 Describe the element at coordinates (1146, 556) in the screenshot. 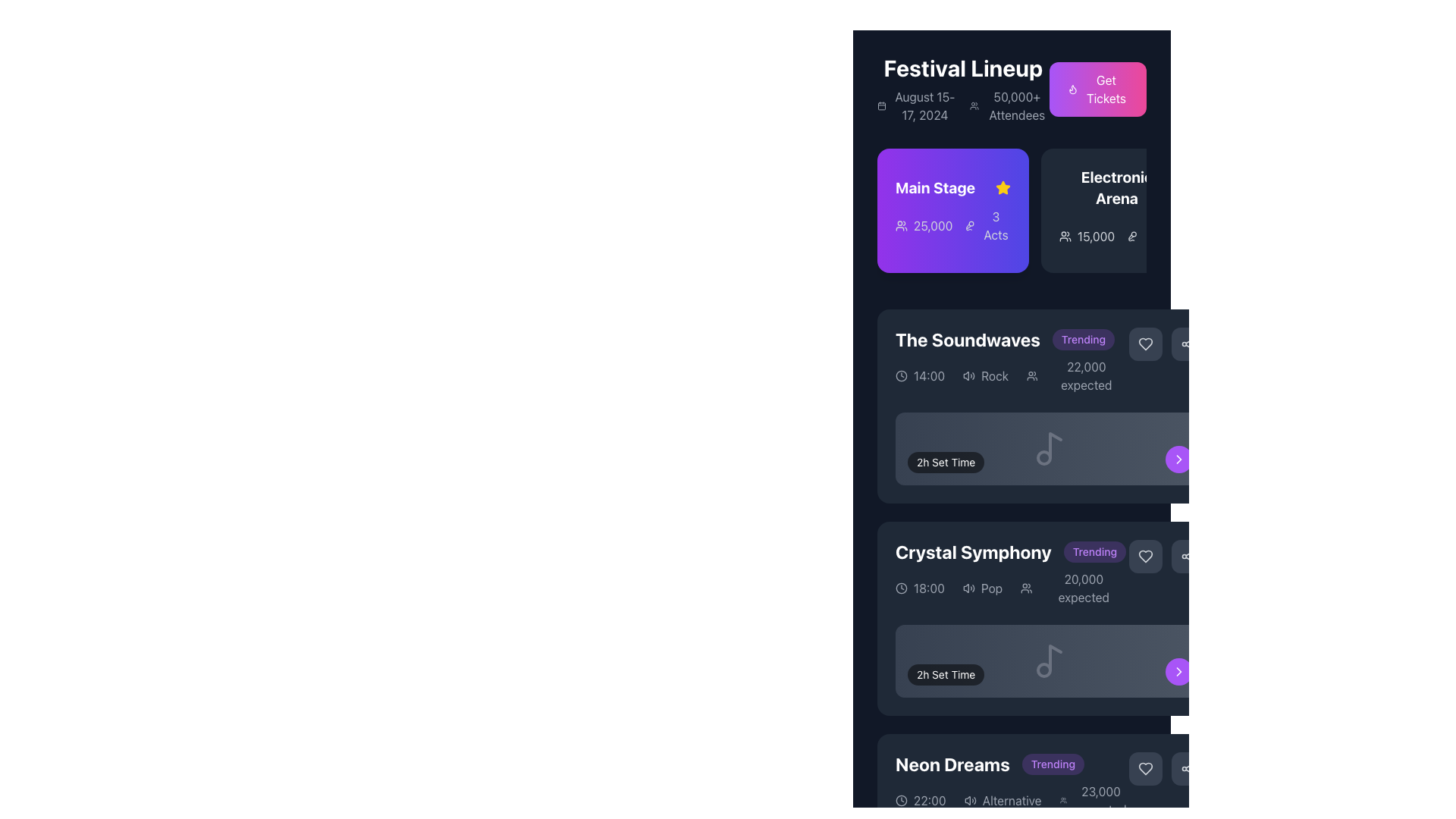

I see `the heart-shaped icon outlined in white located in the 'Crystal Symphony' section to mark it as favorite or like` at that location.